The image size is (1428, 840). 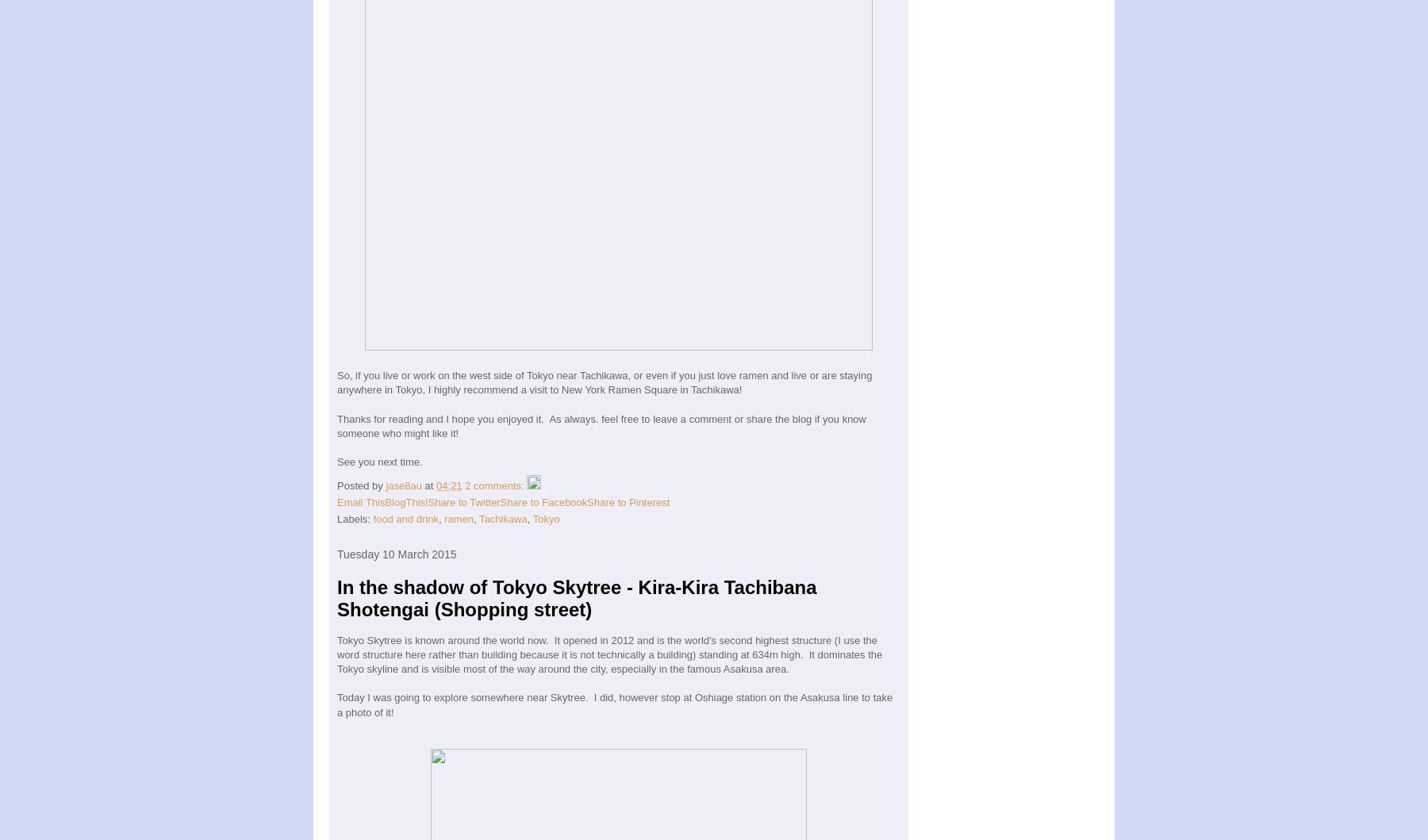 I want to click on 'Tachikawa', so click(x=479, y=518).